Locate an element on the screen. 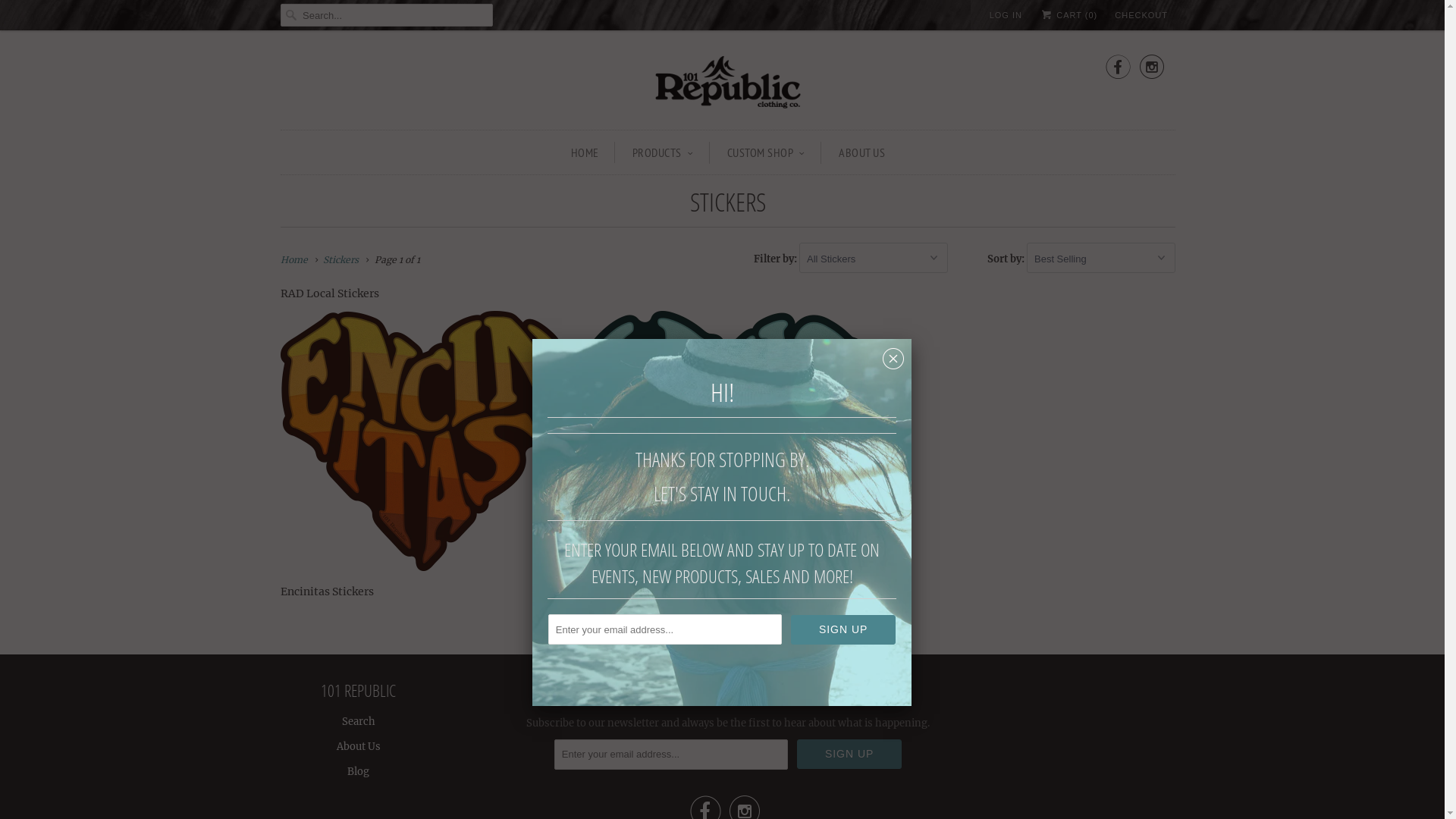 This screenshot has width=1456, height=819. 'Stickers' is located at coordinates (322, 259).